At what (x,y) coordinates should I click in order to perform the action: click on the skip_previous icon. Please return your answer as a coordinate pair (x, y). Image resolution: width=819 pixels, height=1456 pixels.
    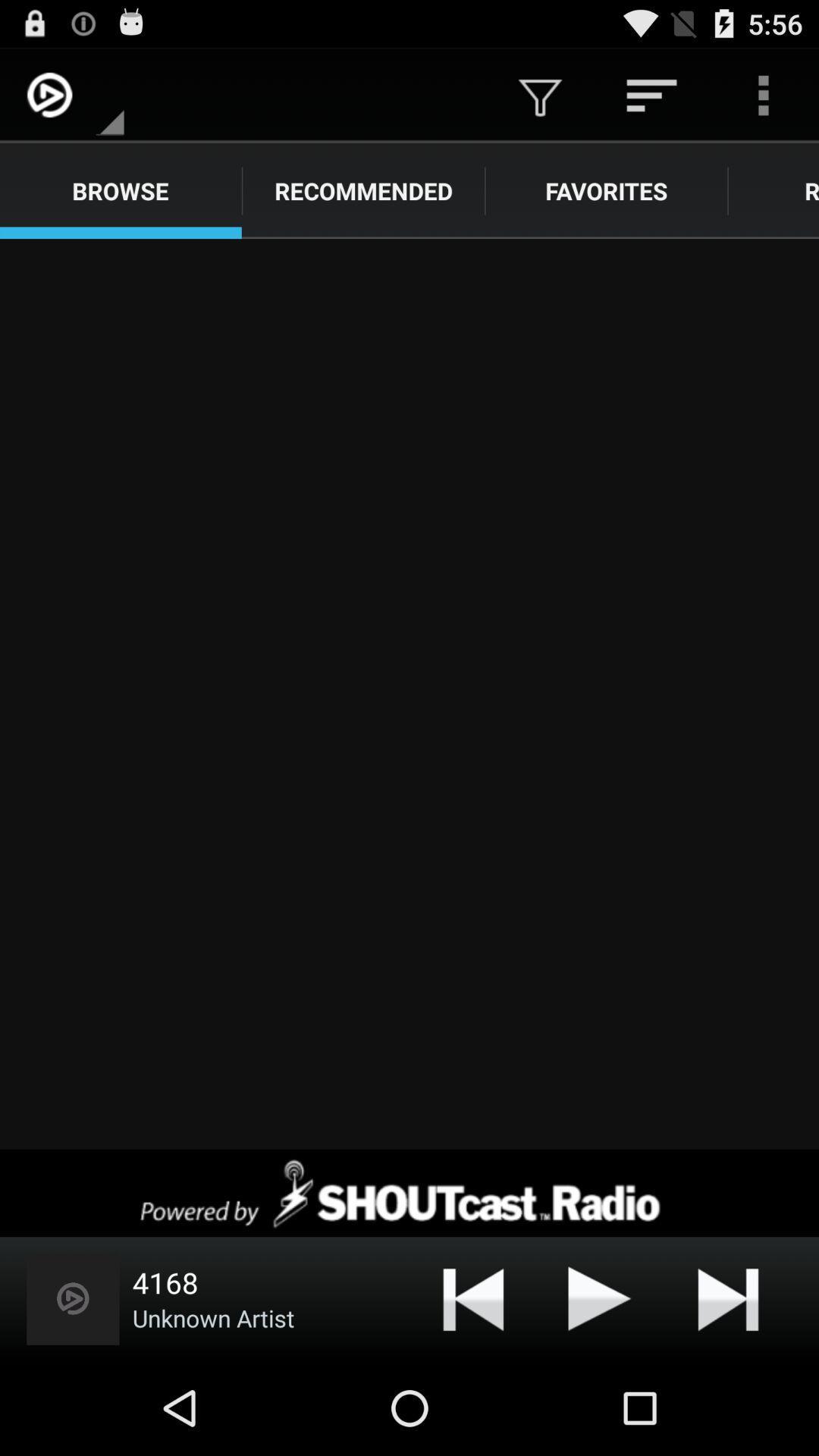
    Looking at the image, I should click on (472, 1389).